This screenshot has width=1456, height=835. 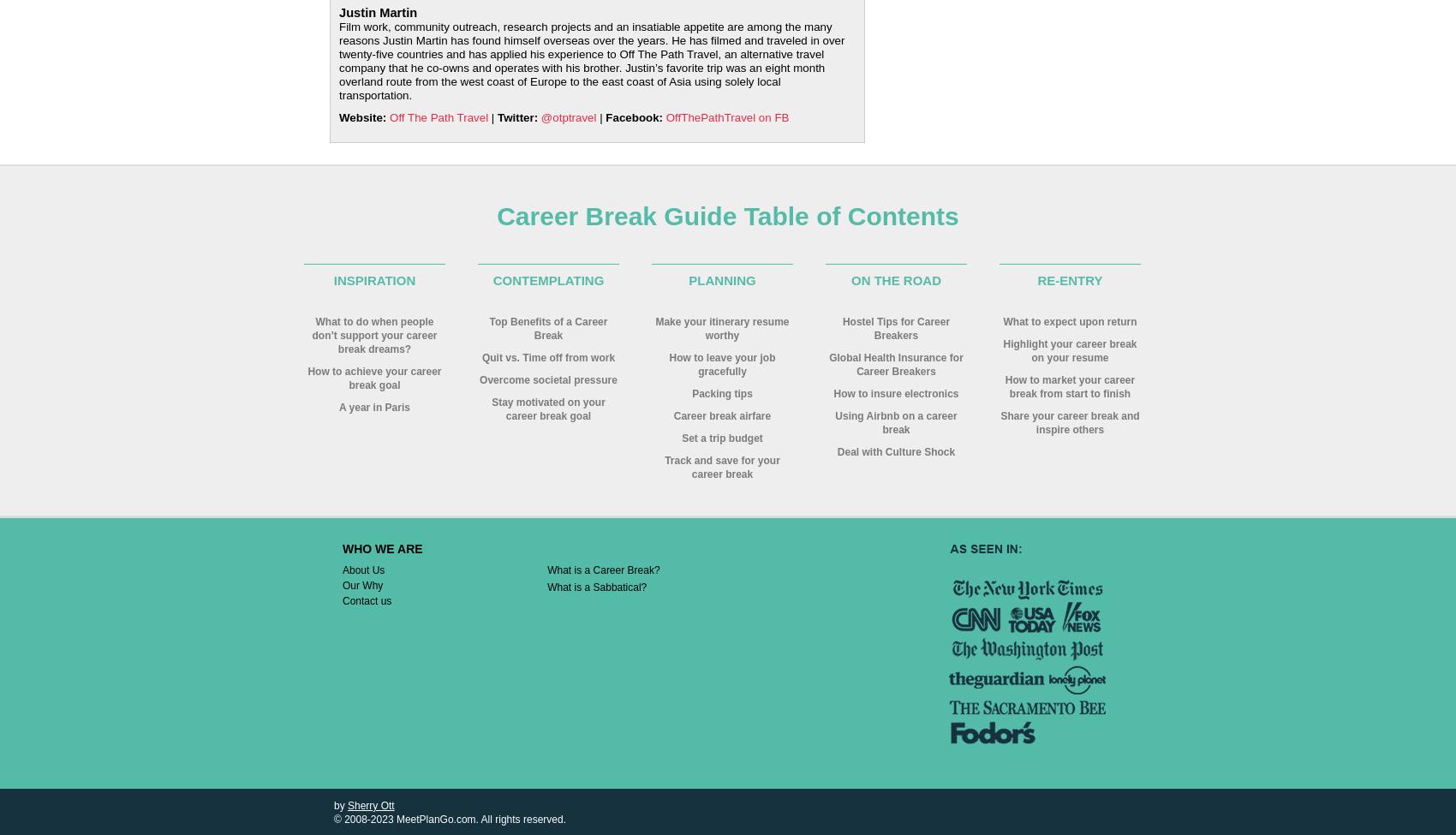 What do you see at coordinates (634, 116) in the screenshot?
I see `'Facebook:'` at bounding box center [634, 116].